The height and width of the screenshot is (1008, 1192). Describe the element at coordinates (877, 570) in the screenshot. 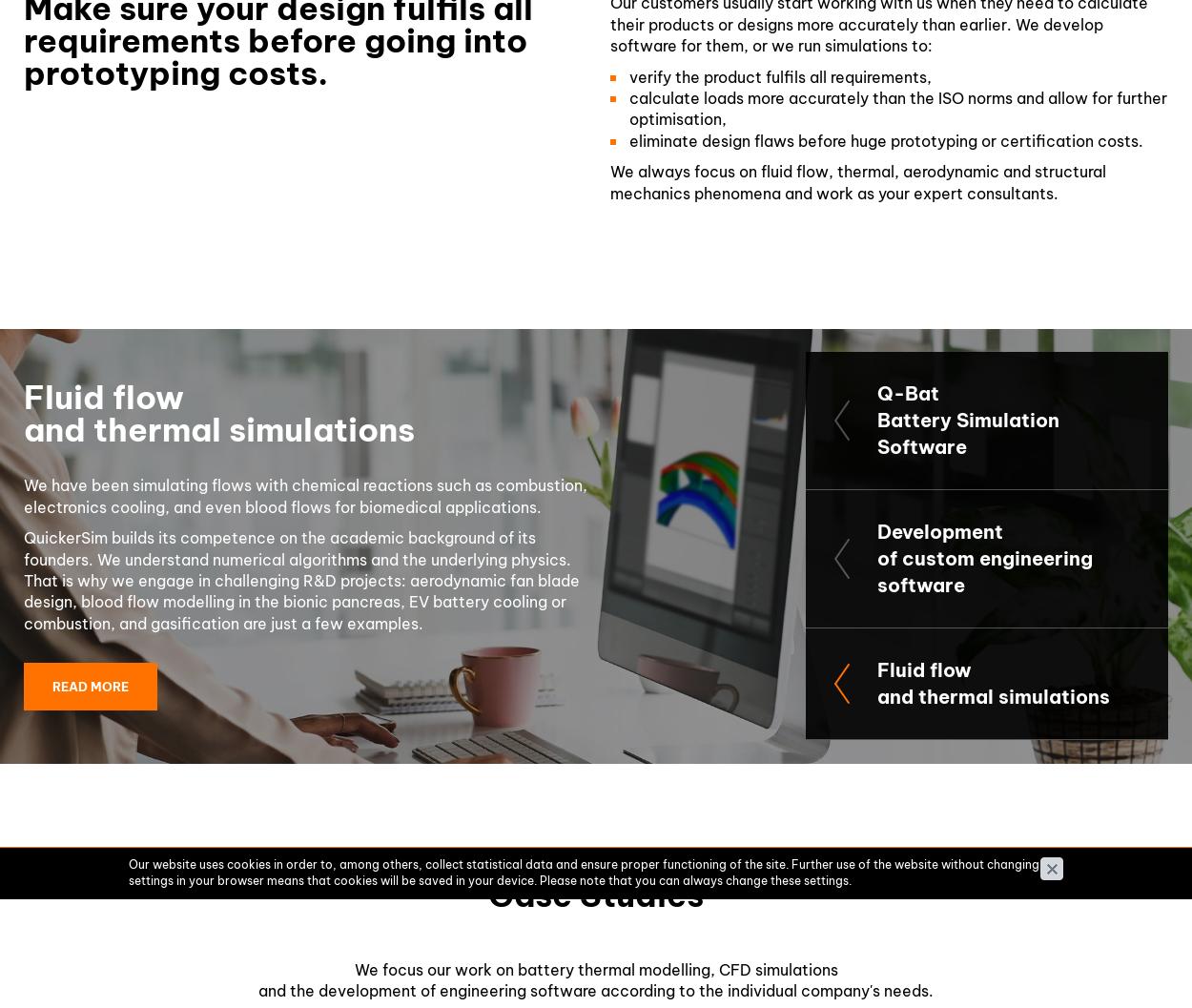

I see `'of custom engineering software'` at that location.